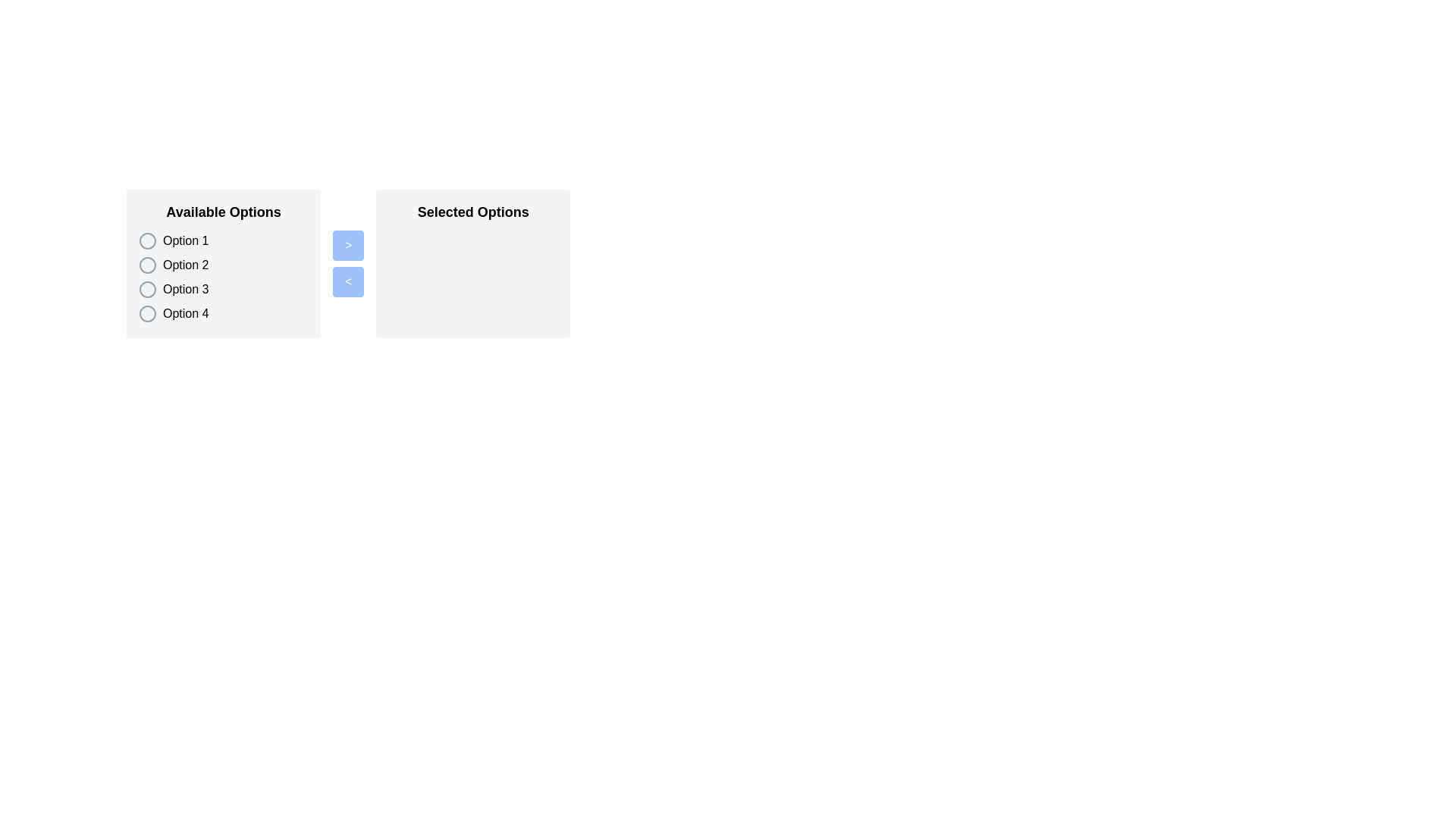 The image size is (1456, 819). What do you see at coordinates (148, 240) in the screenshot?
I see `the radio button for selecting the option labeled 'Option 1', which is the first selectable circle in the 'Available Options' list` at bounding box center [148, 240].